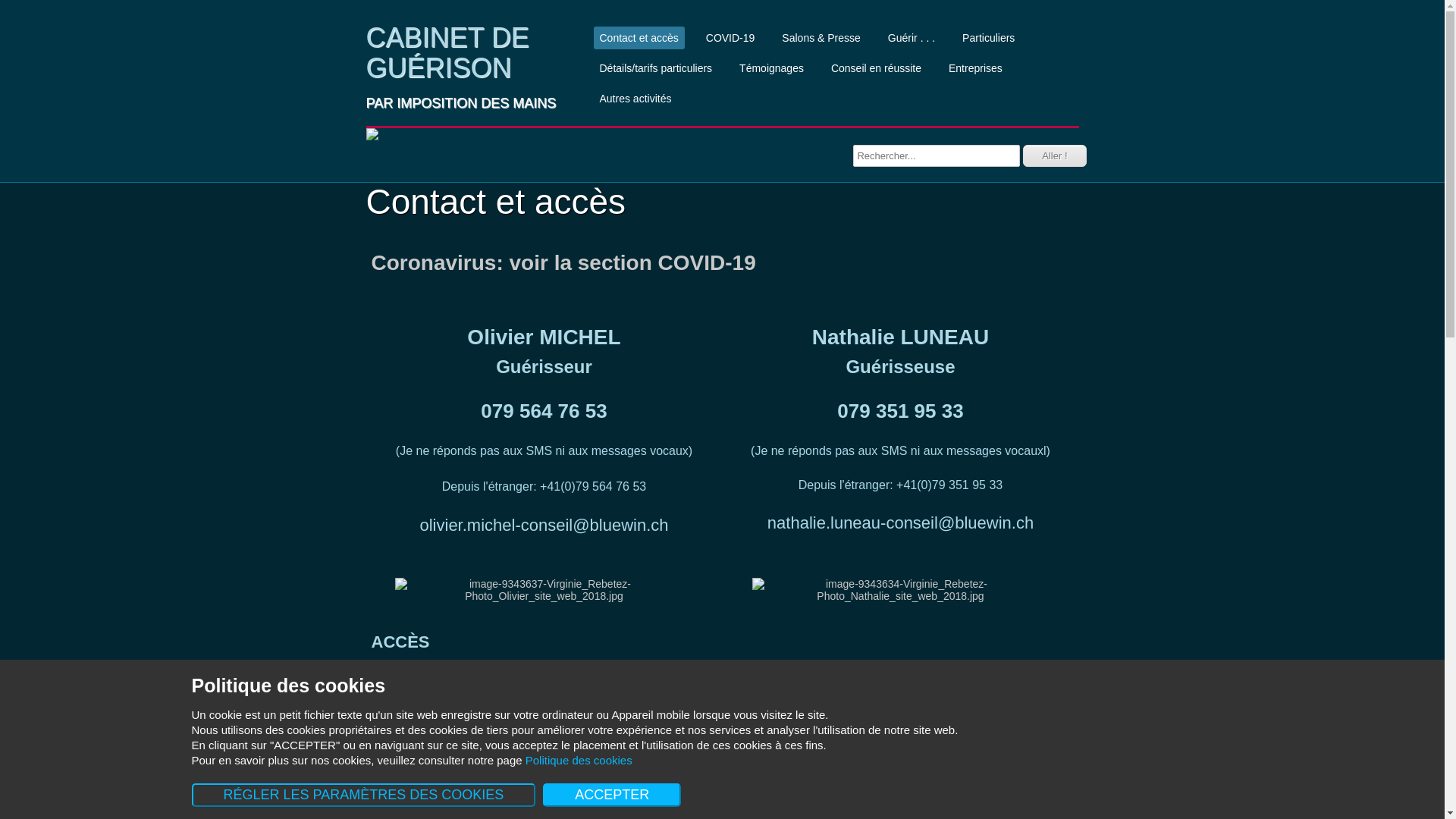 This screenshot has width=1456, height=819. Describe the element at coordinates (775, 37) in the screenshot. I see `'Salons & Presse'` at that location.